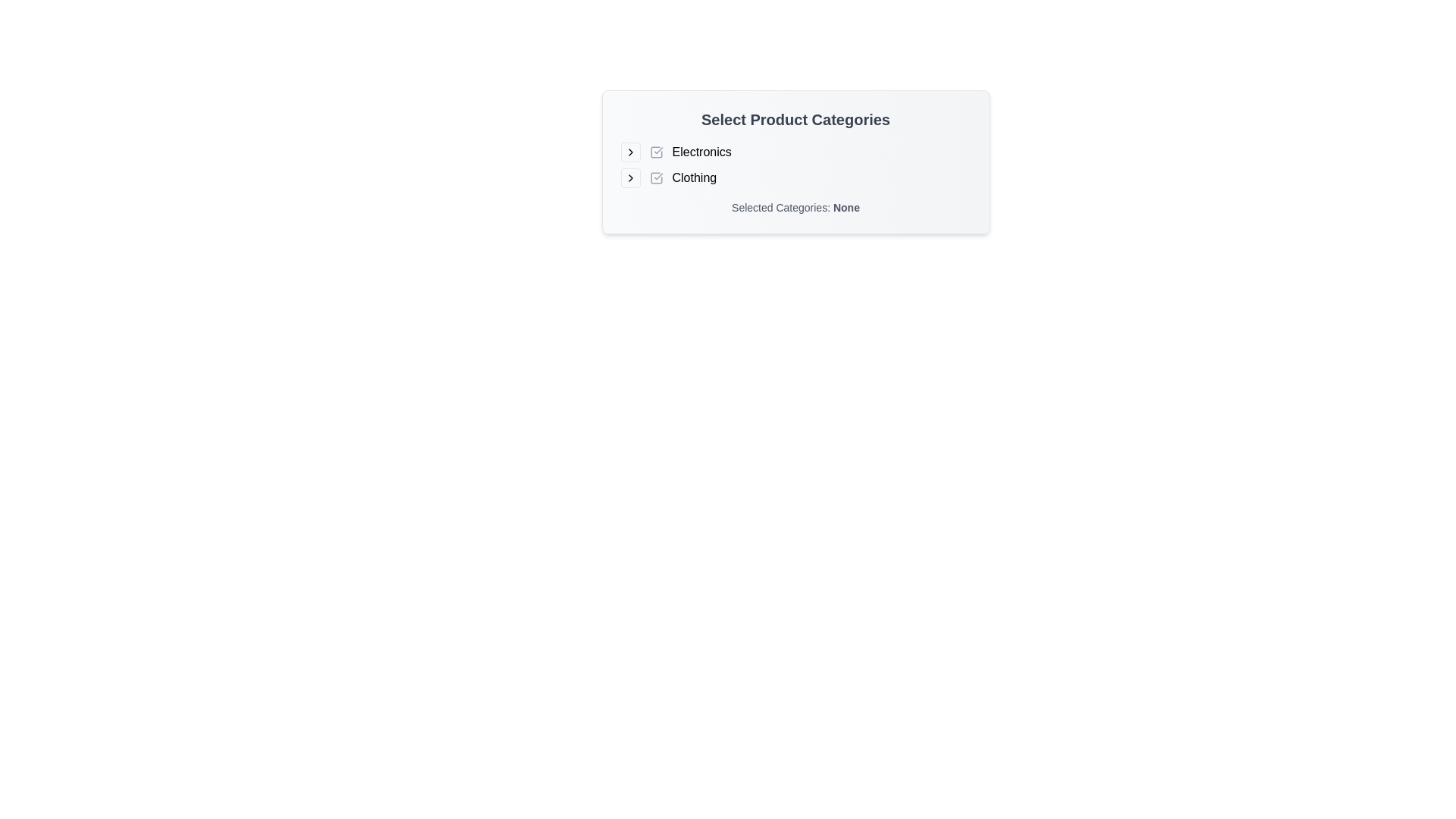 The image size is (1456, 819). Describe the element at coordinates (701, 152) in the screenshot. I see `the text label displaying 'Electronics' in a black sans-serif font, which is positioned to the right of a checkbox and an arrow icon, under the title 'Select Product Categories'` at that location.